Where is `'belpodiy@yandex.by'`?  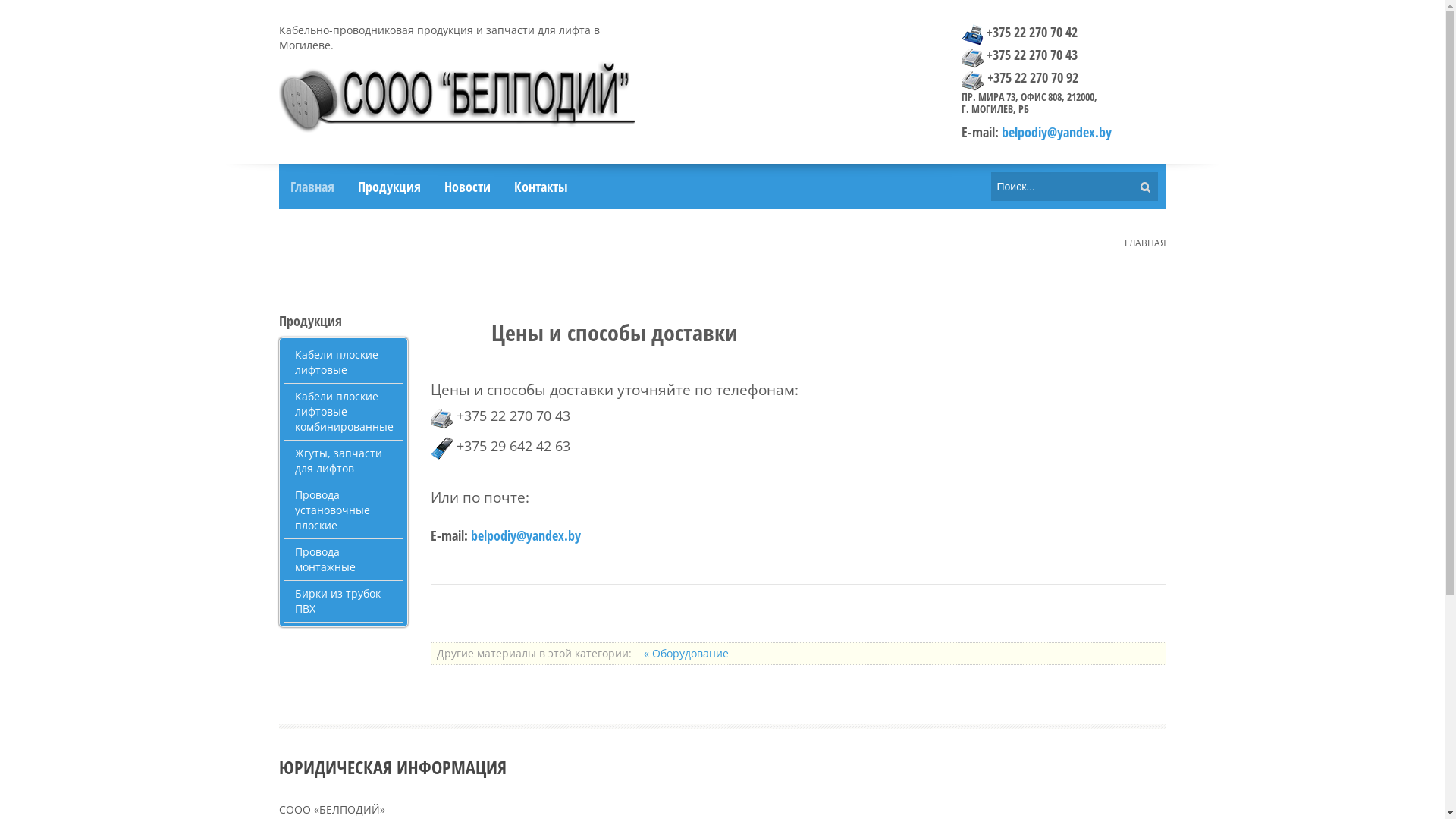 'belpodiy@yandex.by' is located at coordinates (1055, 130).